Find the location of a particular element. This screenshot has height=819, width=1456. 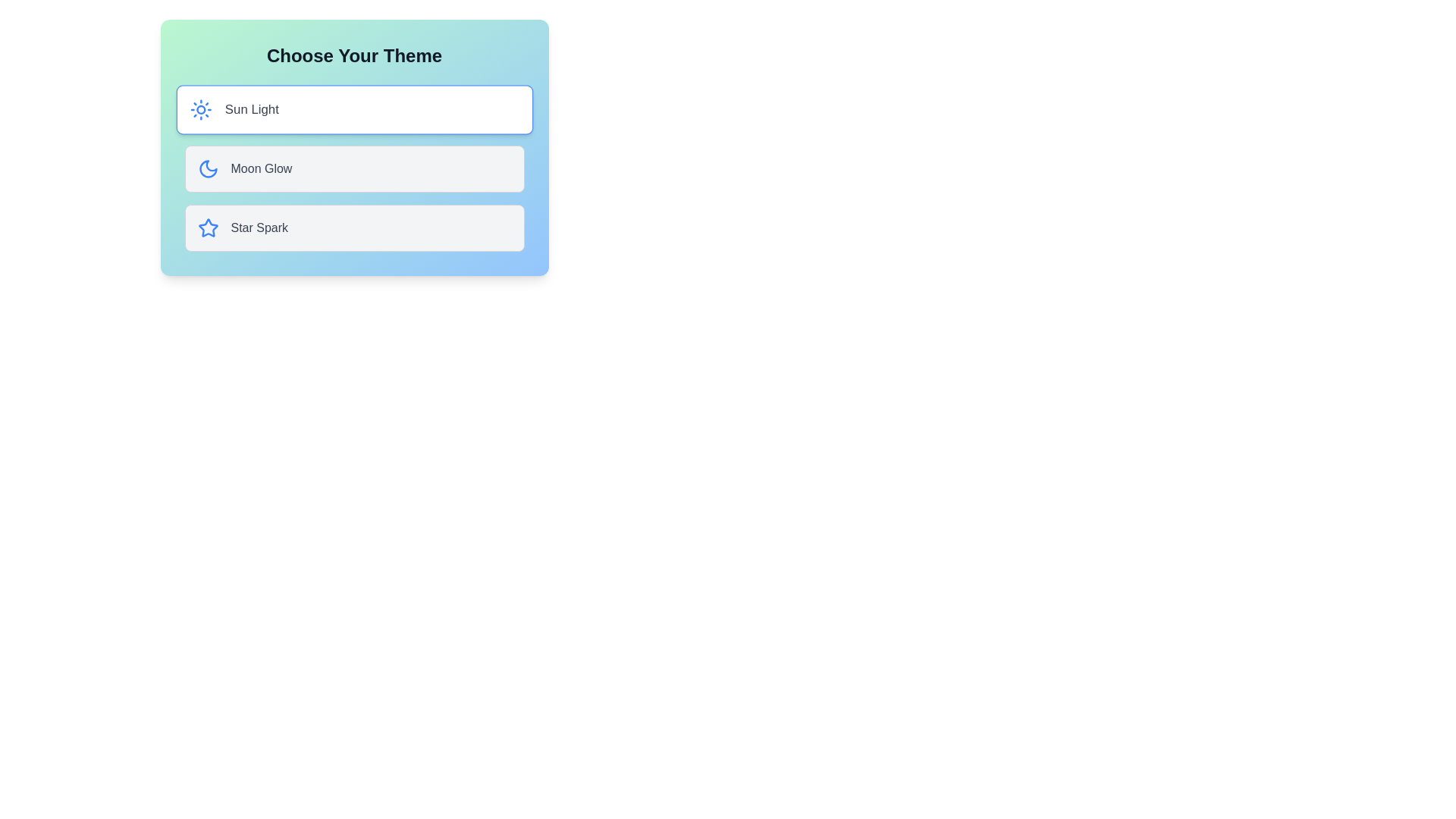

the panel with selectable options titled 'Choose Your Theme' is located at coordinates (353, 148).